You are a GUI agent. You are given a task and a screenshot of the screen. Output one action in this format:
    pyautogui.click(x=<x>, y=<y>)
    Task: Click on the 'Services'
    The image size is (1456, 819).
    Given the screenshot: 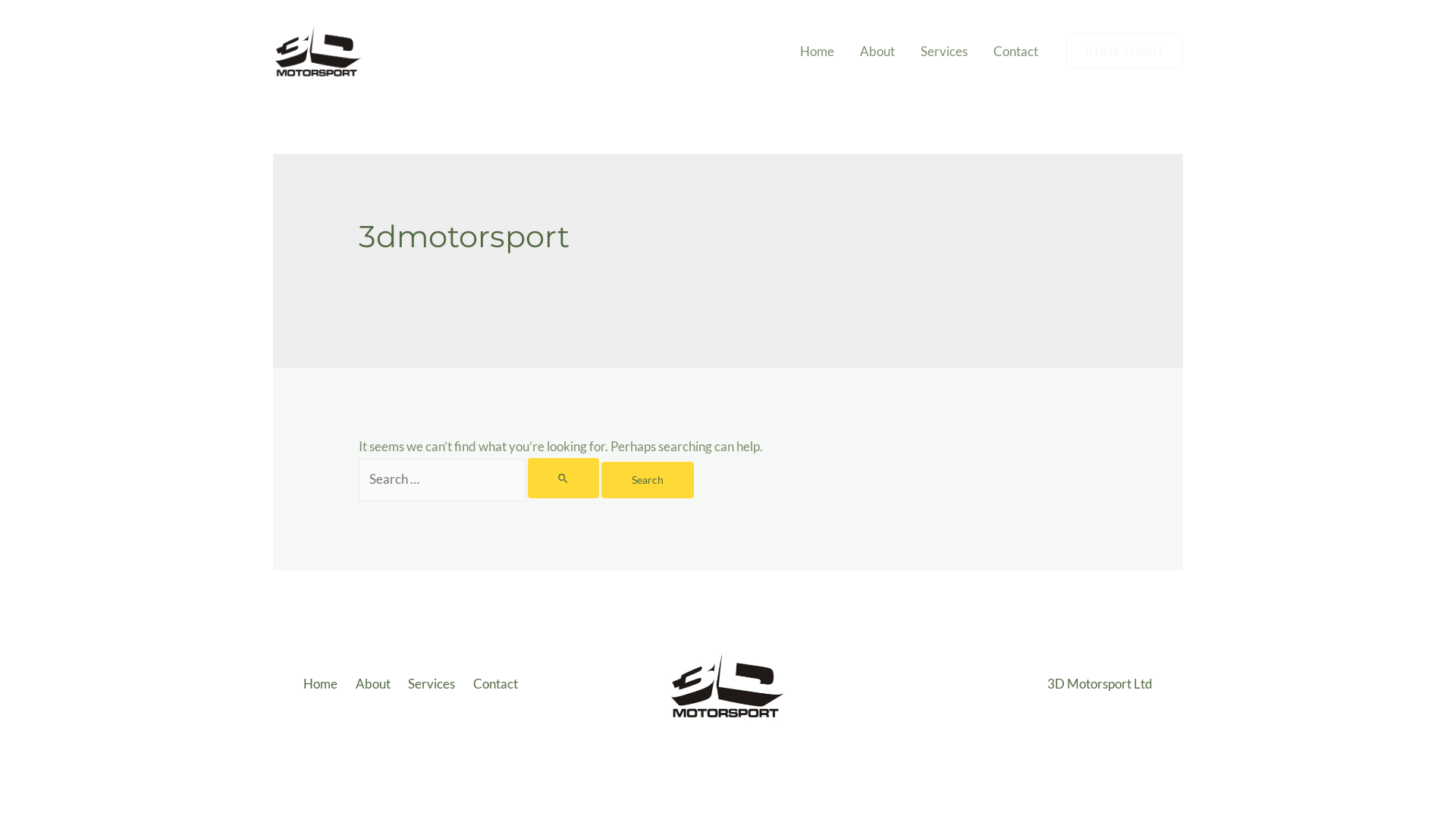 What is the action you would take?
    pyautogui.click(x=943, y=51)
    